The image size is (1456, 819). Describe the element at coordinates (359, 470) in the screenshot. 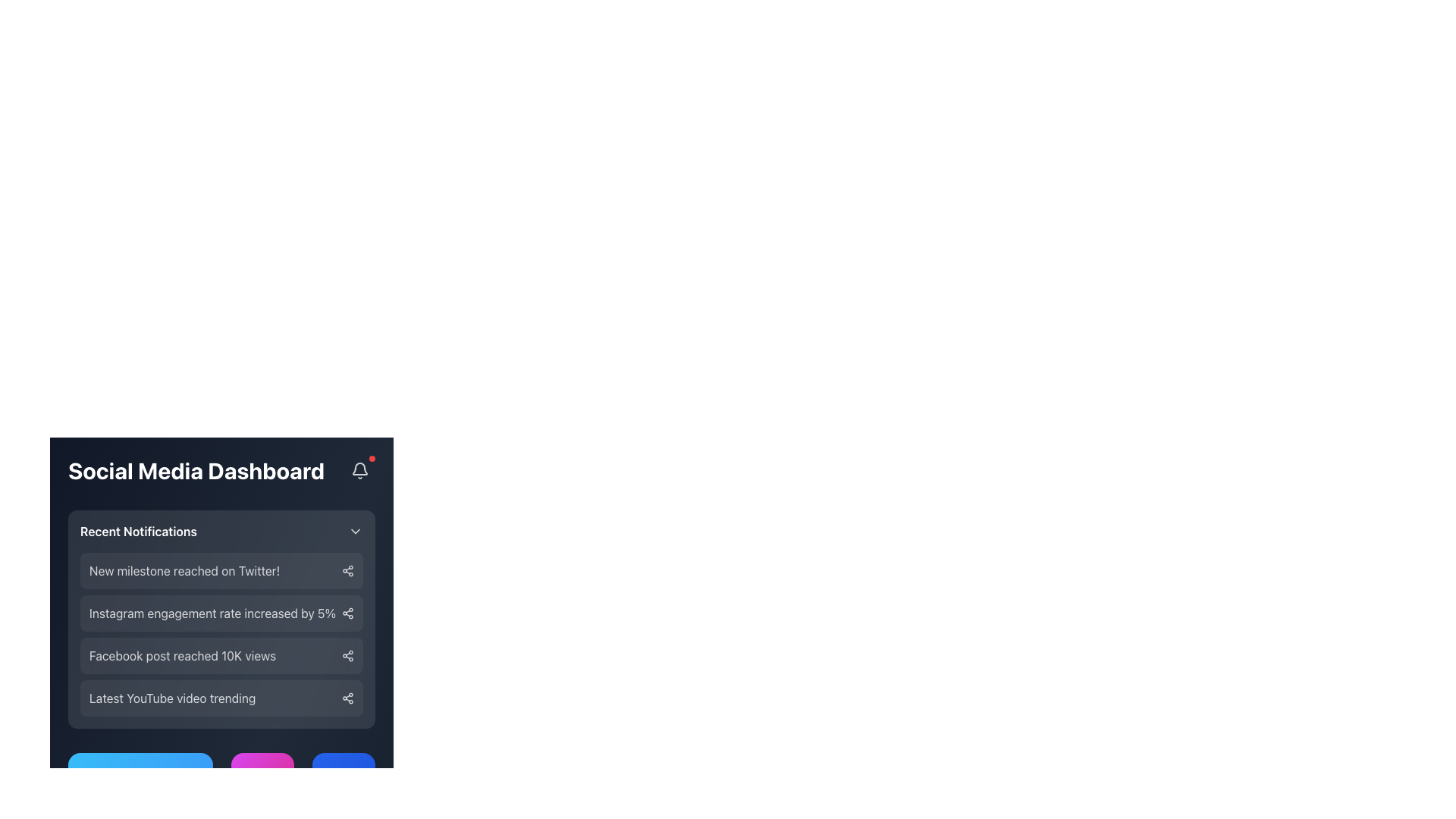

I see `the interactive notification bell icon located at the top-right corner of the 'Social Media Dashboard' bar` at that location.